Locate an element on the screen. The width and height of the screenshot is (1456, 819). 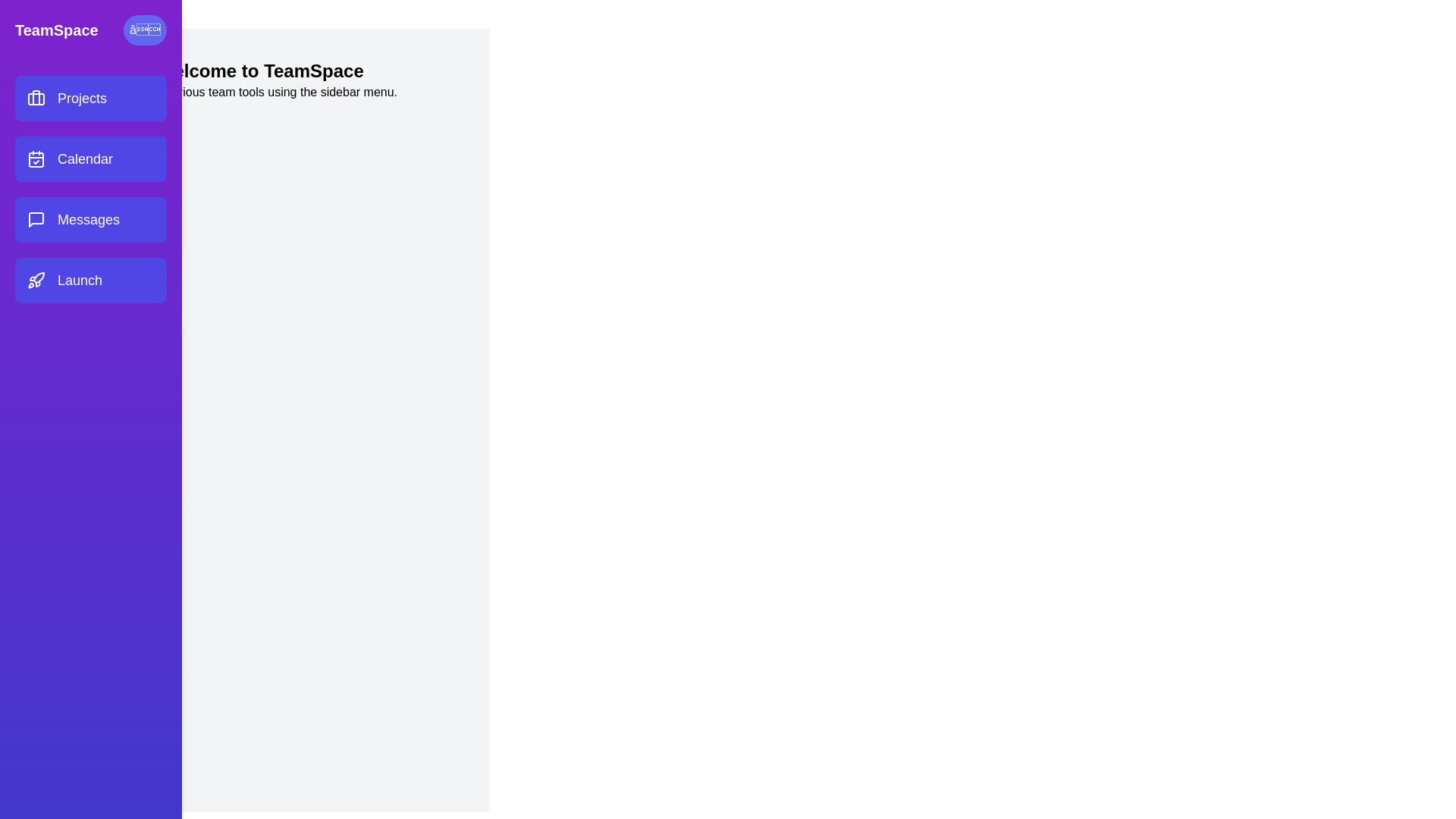
the main content area to focus is located at coordinates (260, 438).